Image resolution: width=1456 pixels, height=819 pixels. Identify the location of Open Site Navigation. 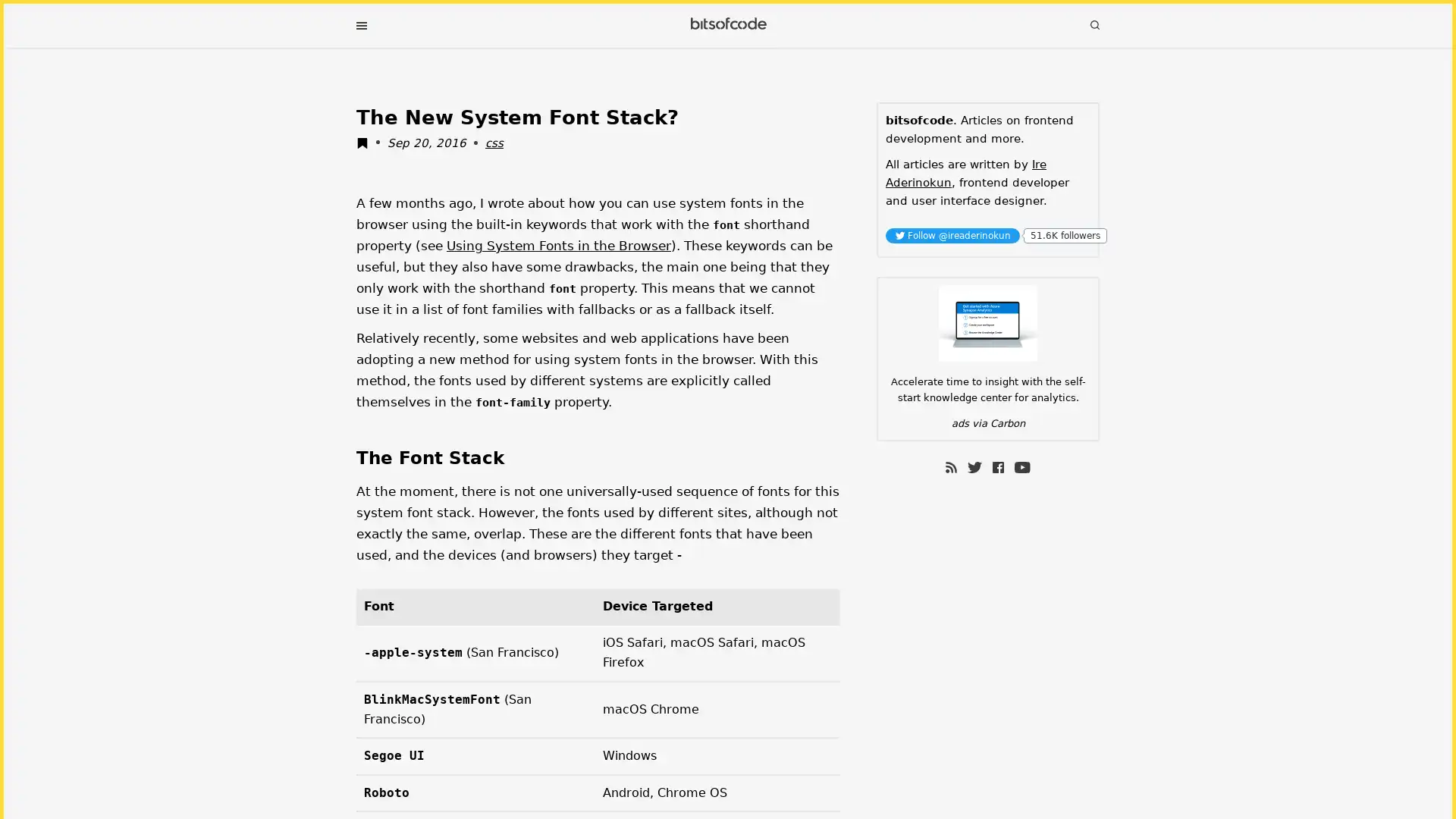
(360, 26).